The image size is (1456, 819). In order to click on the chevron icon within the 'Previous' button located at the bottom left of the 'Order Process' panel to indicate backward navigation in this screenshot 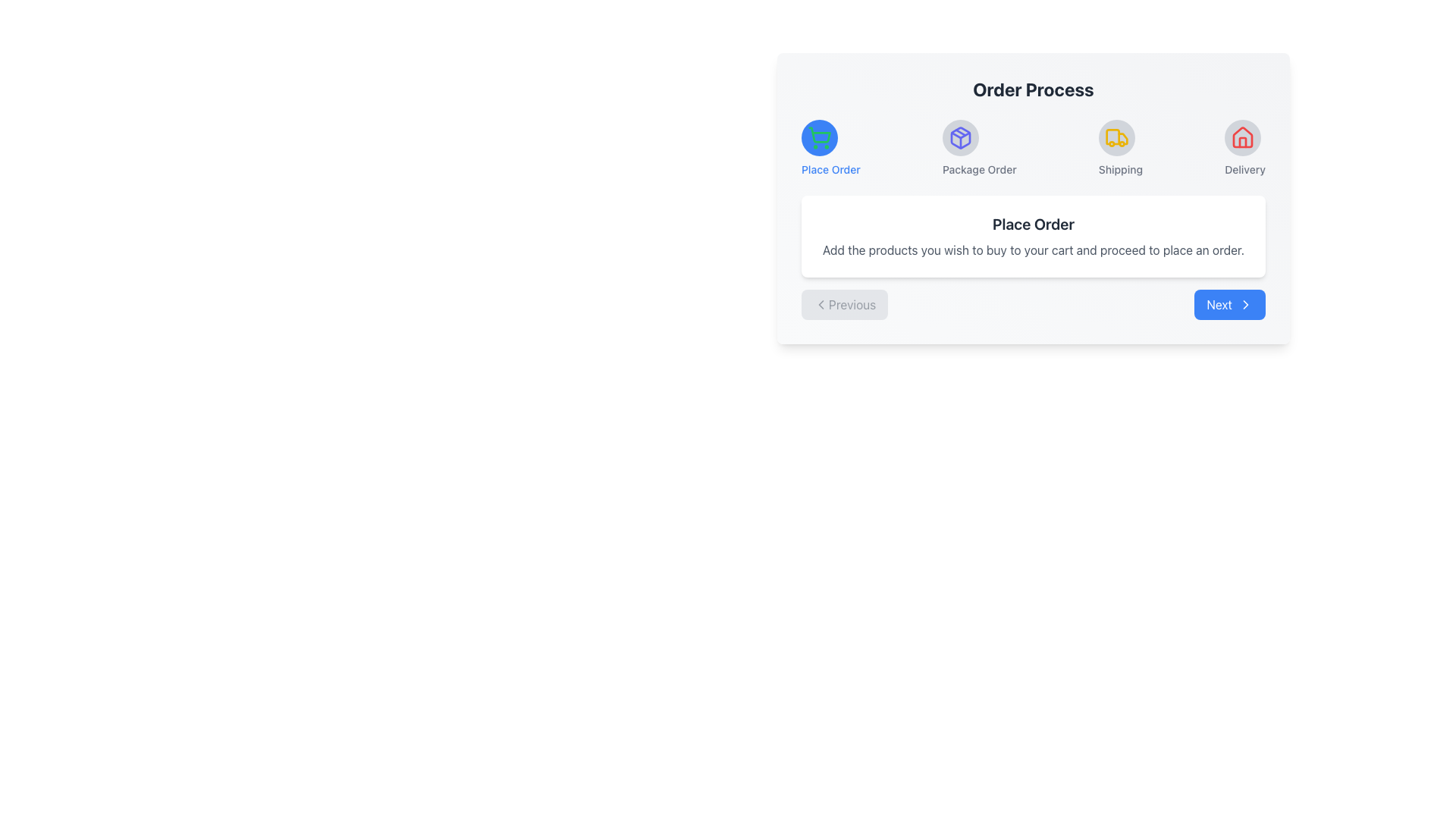, I will do `click(821, 304)`.